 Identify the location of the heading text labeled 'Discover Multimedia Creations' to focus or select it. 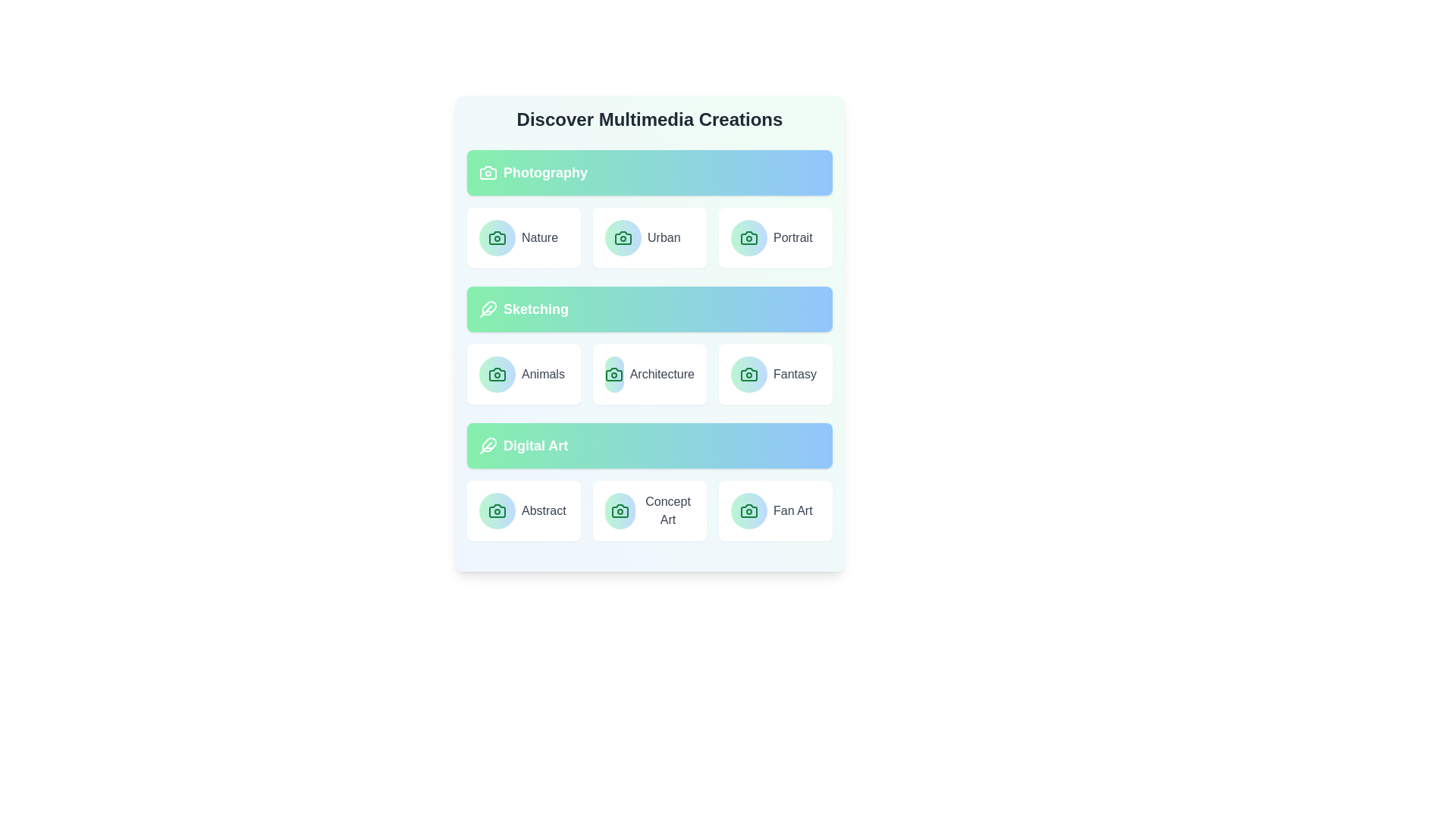
(650, 119).